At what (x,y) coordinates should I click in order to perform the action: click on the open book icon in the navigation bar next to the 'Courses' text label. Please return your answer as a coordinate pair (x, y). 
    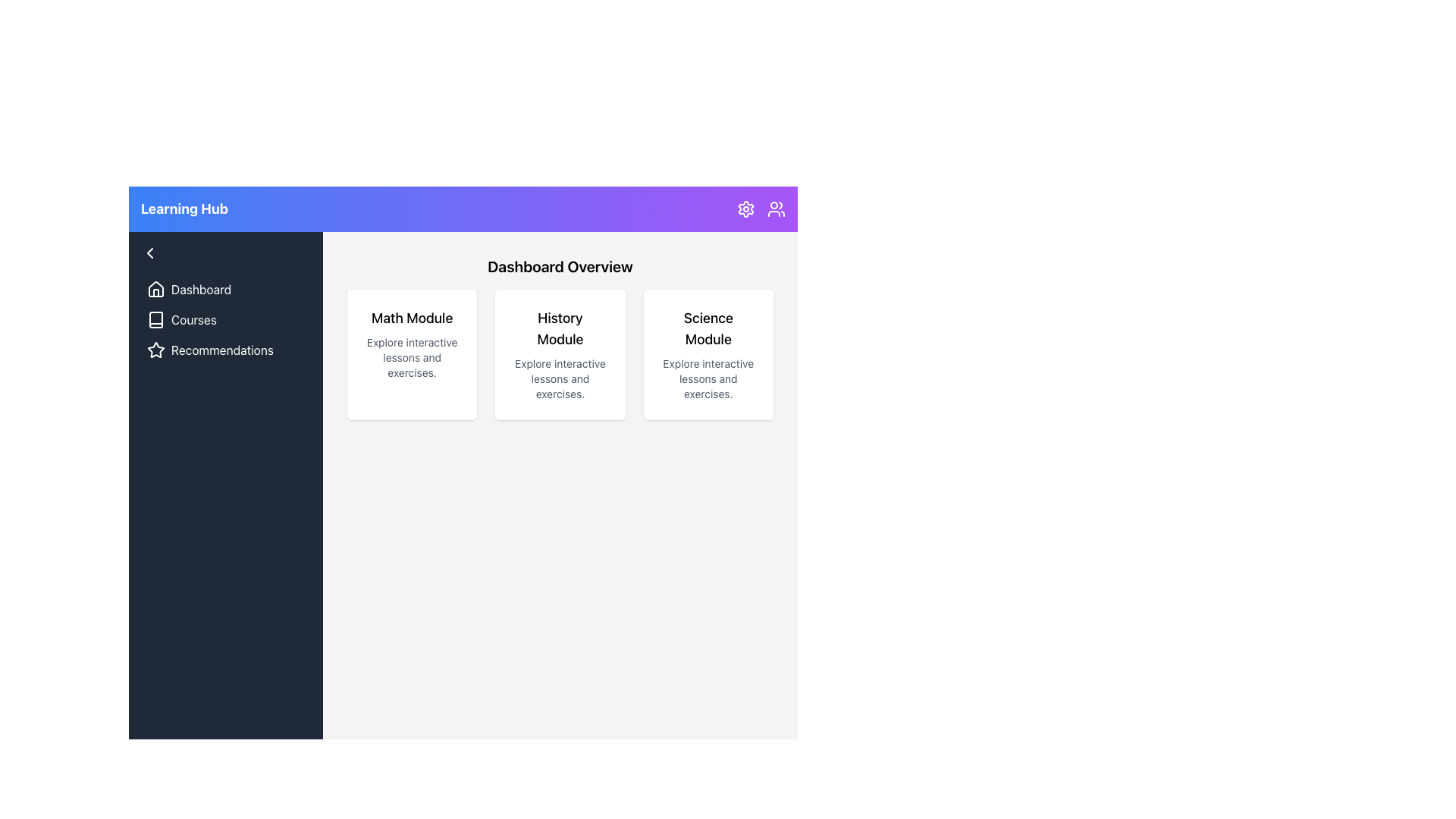
    Looking at the image, I should click on (156, 318).